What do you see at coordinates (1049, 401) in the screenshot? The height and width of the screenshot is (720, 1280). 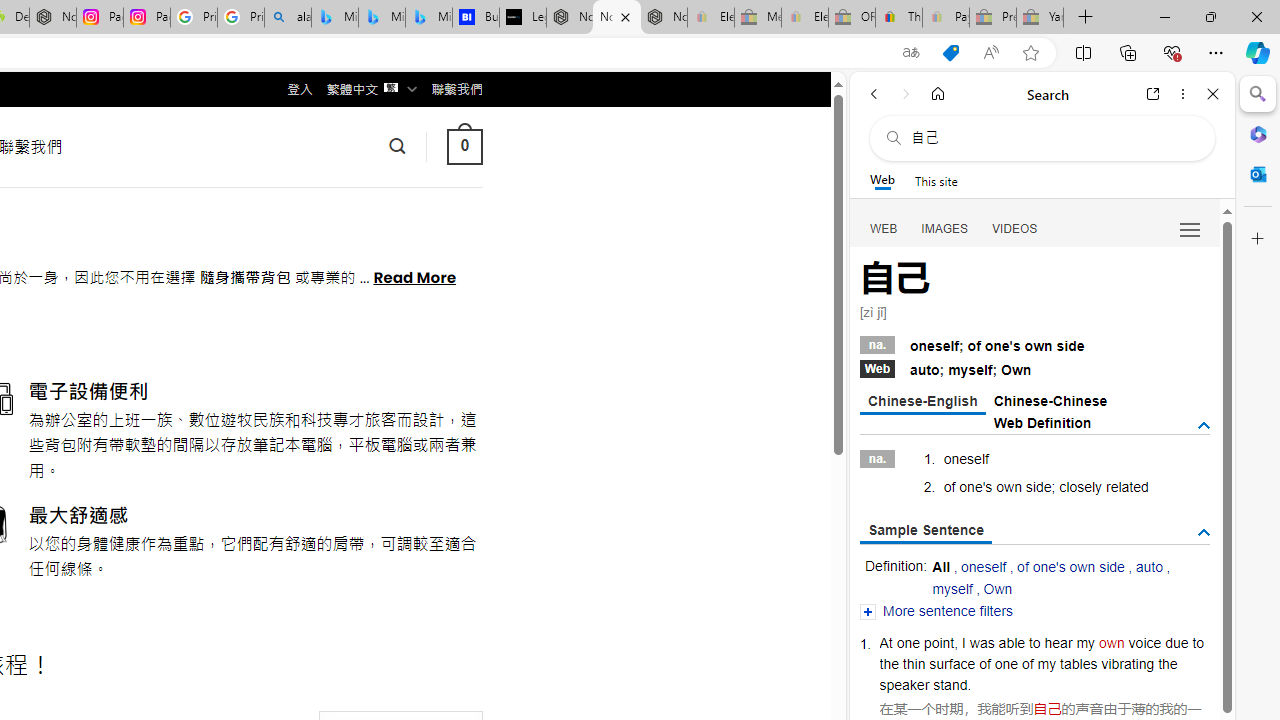 I see `'Chinese-Chinese'` at bounding box center [1049, 401].